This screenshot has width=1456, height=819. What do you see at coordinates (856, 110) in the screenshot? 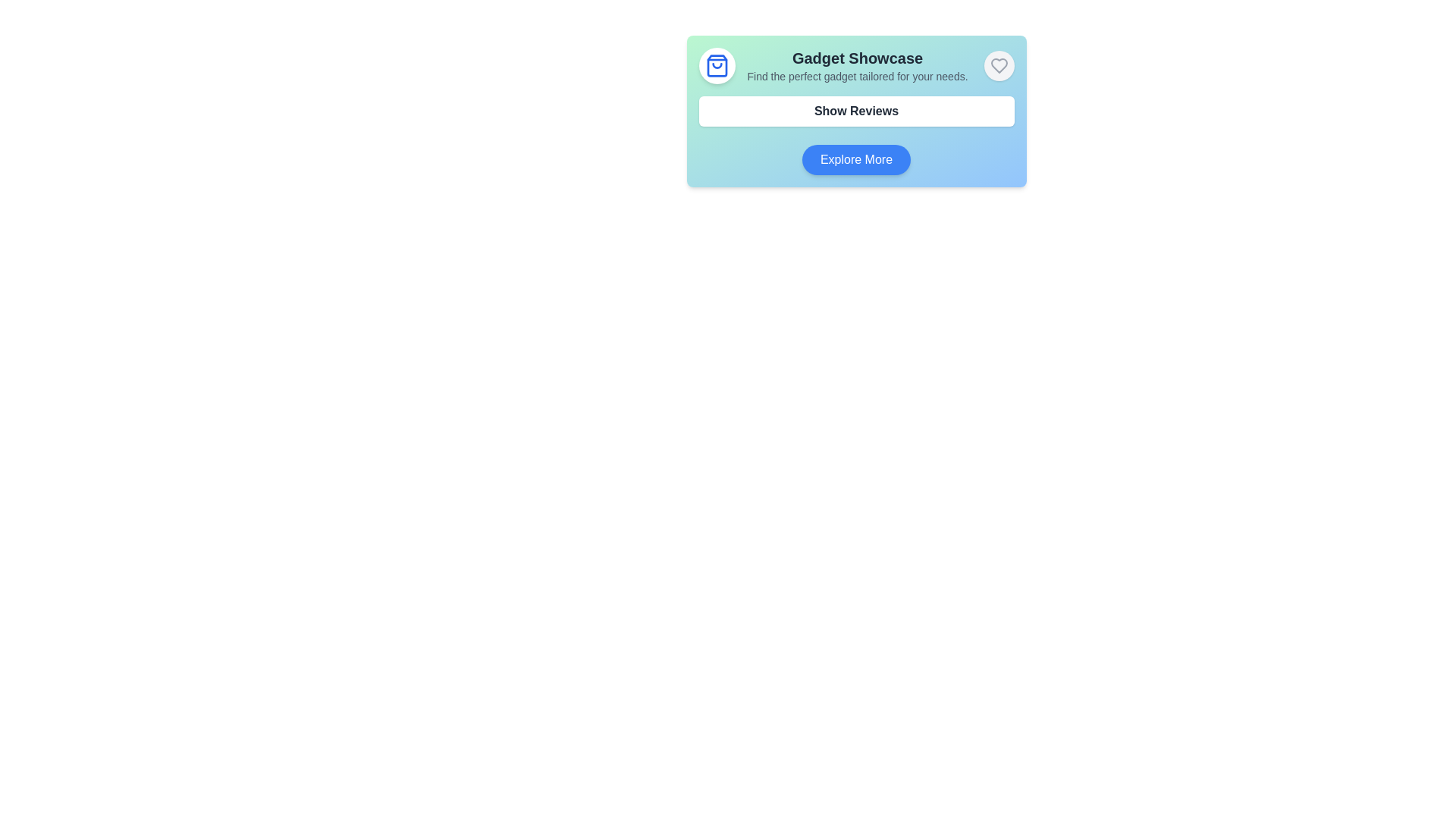
I see `the button located below the 'Gadget Showcase' heading` at bounding box center [856, 110].